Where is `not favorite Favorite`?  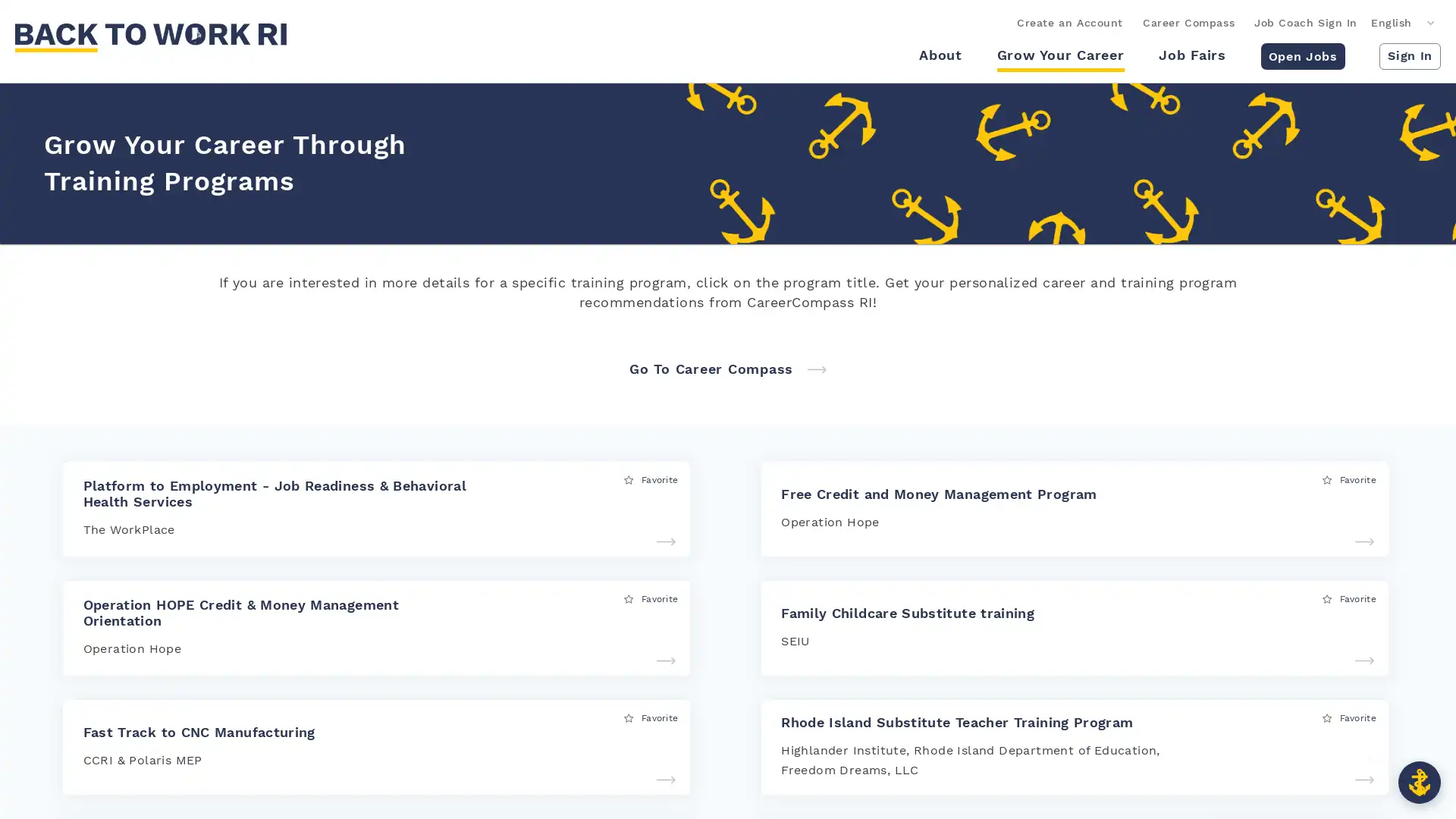
not favorite Favorite is located at coordinates (651, 479).